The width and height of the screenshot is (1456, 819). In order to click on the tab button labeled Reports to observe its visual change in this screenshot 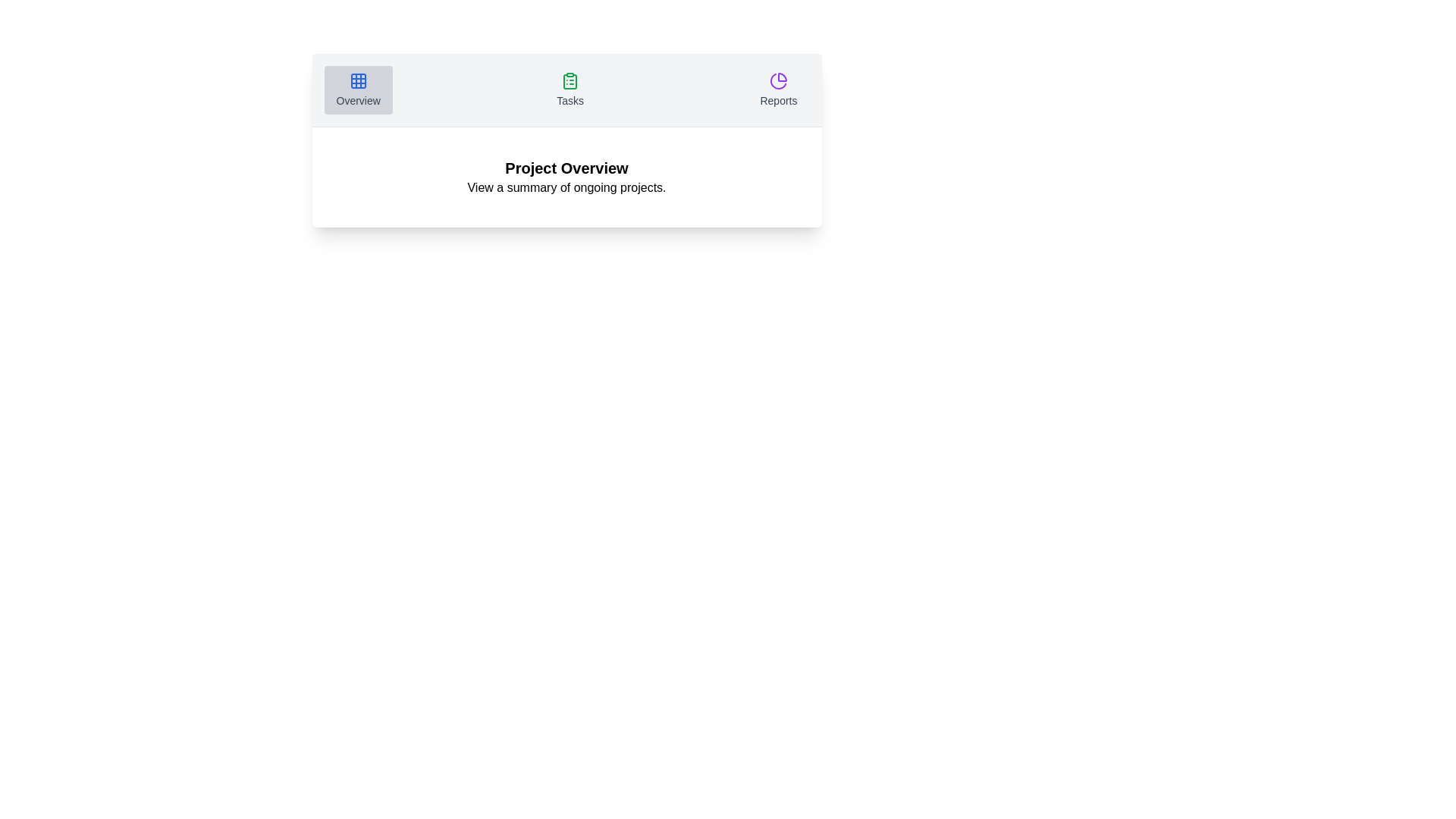, I will do `click(779, 90)`.